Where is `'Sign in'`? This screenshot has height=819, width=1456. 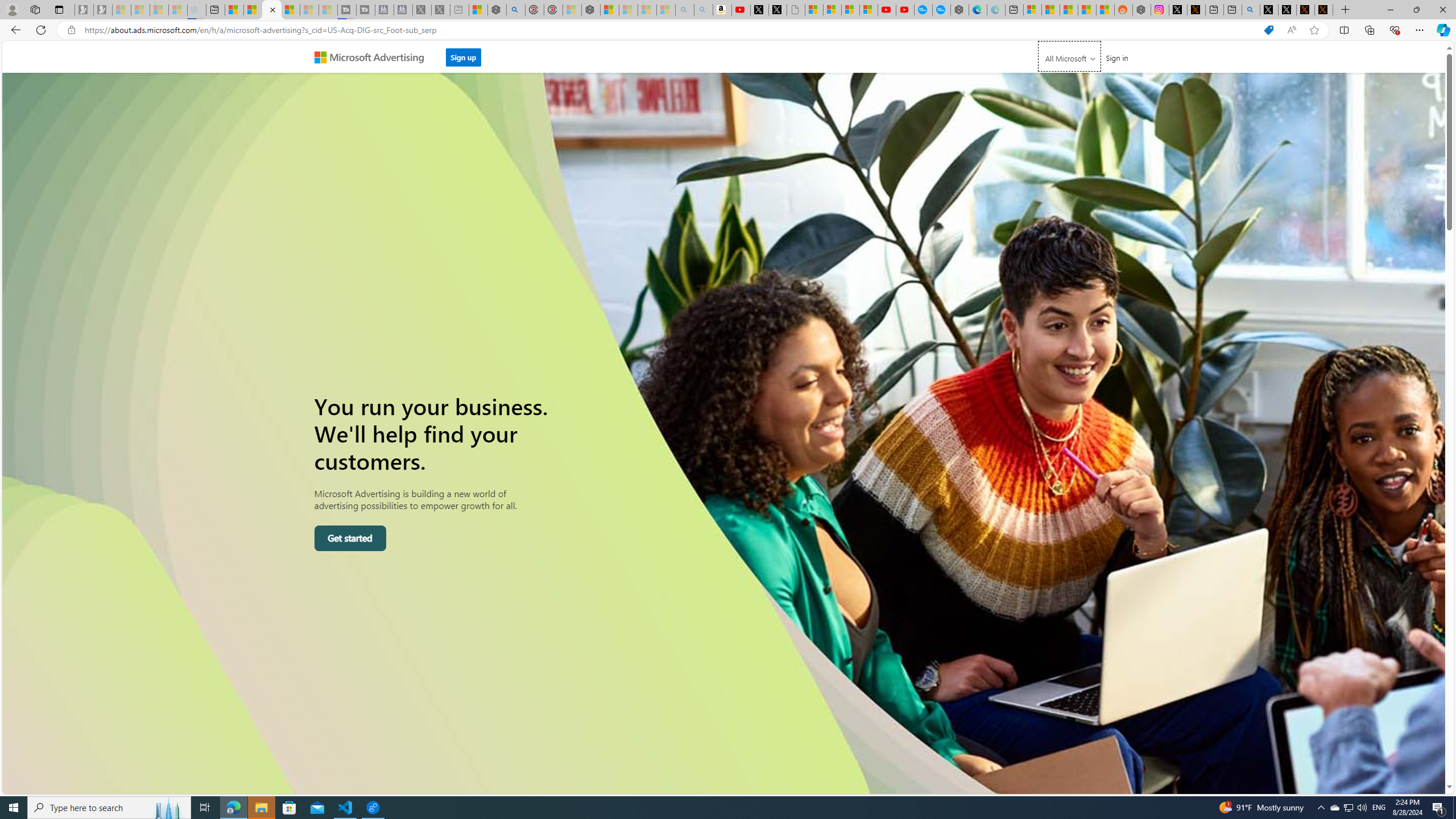
'Sign in' is located at coordinates (1116, 57).